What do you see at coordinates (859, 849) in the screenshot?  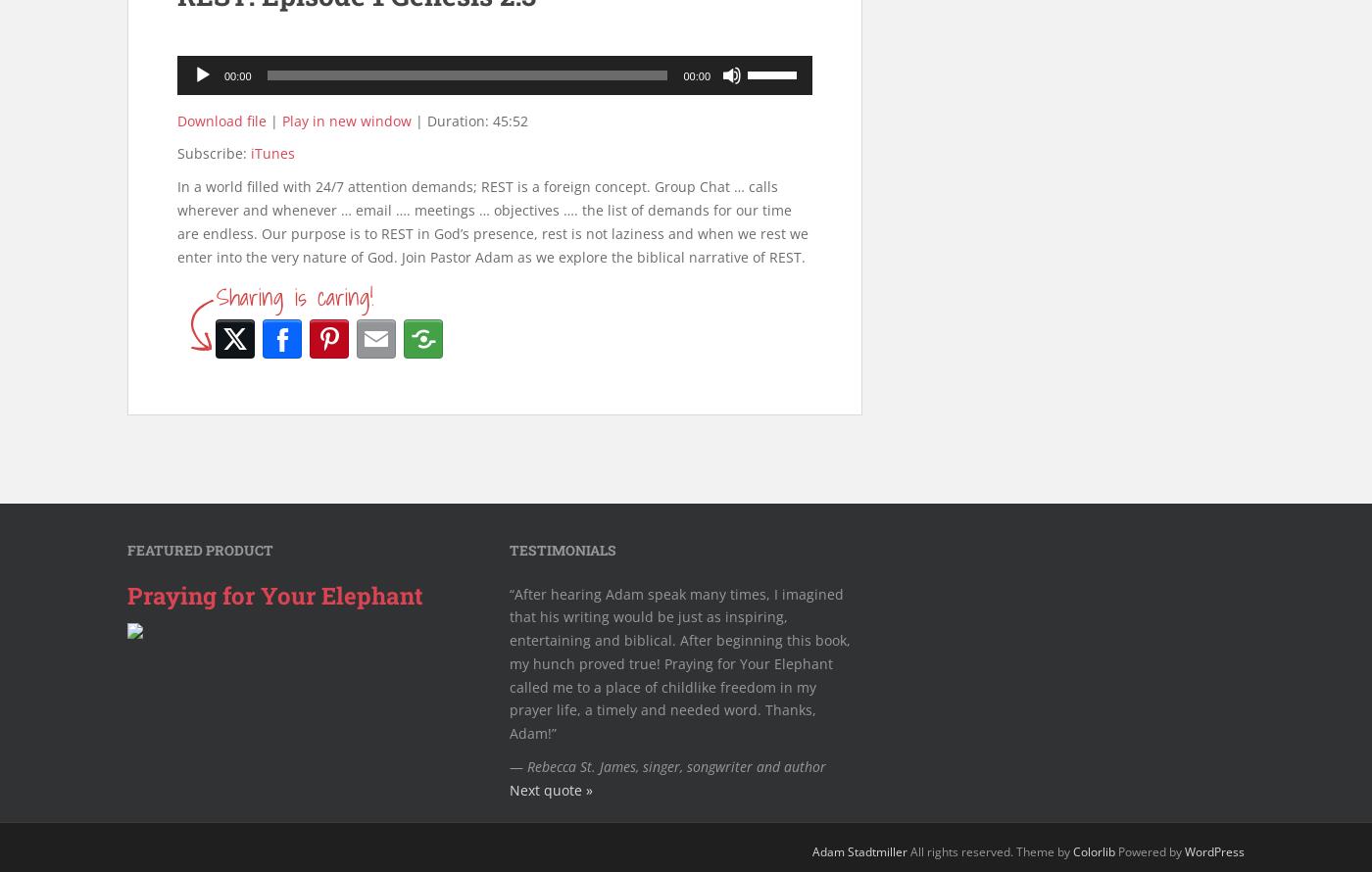 I see `'Adam Stadtmiller'` at bounding box center [859, 849].